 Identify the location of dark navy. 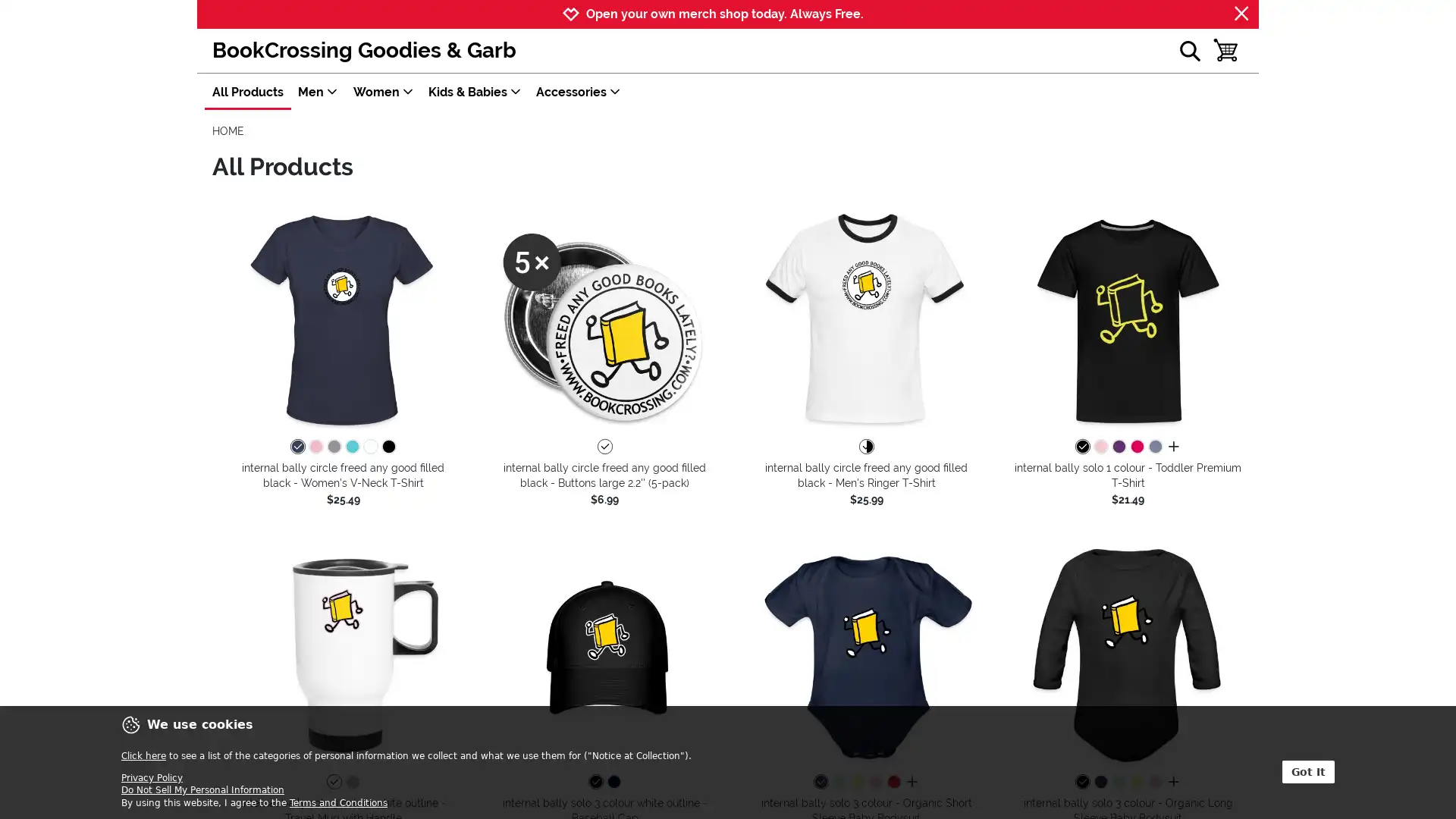
(1100, 783).